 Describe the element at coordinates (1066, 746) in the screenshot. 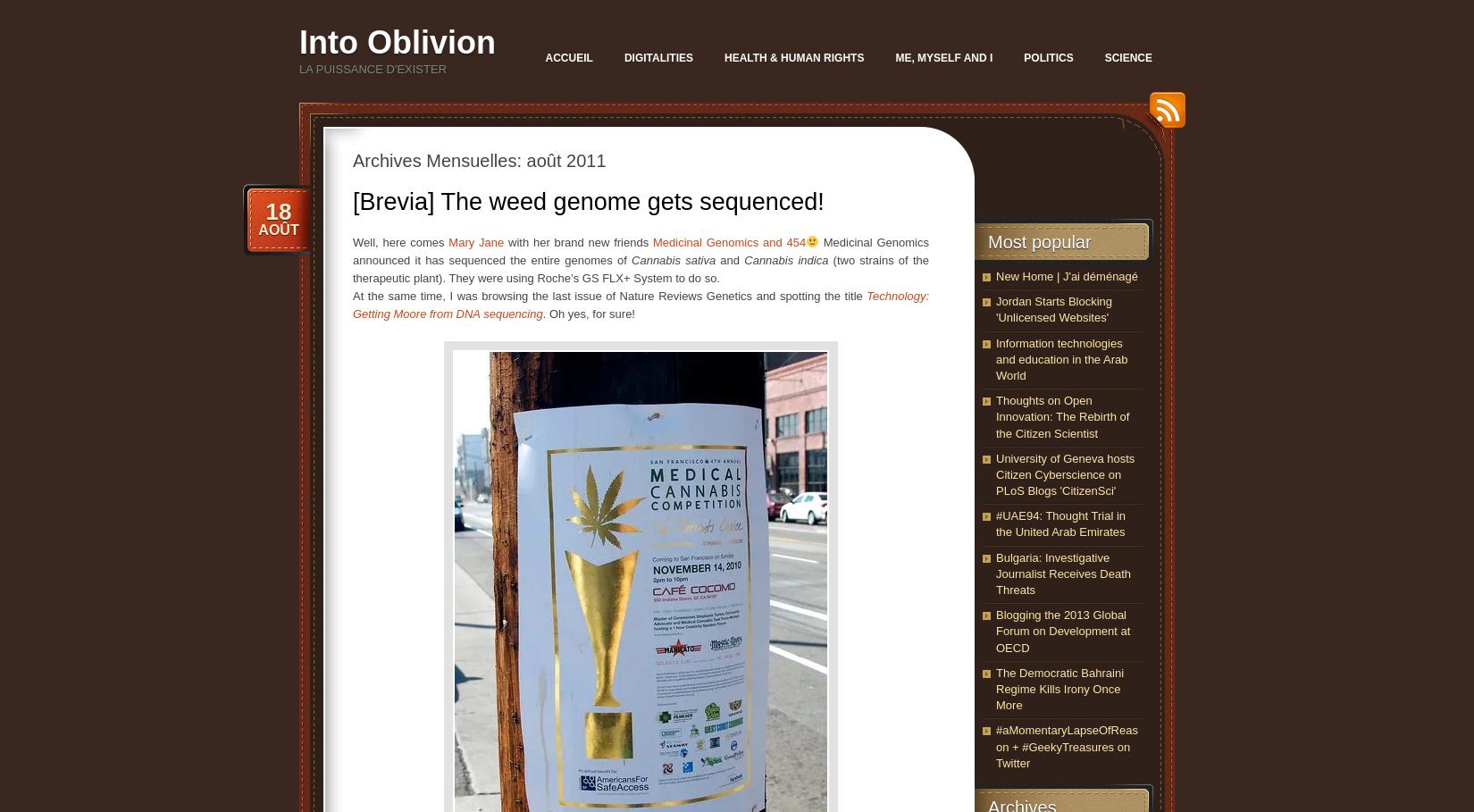

I see `'#aMomentaryLapseOfReason + #GeekyTreasures on Twitter'` at that location.